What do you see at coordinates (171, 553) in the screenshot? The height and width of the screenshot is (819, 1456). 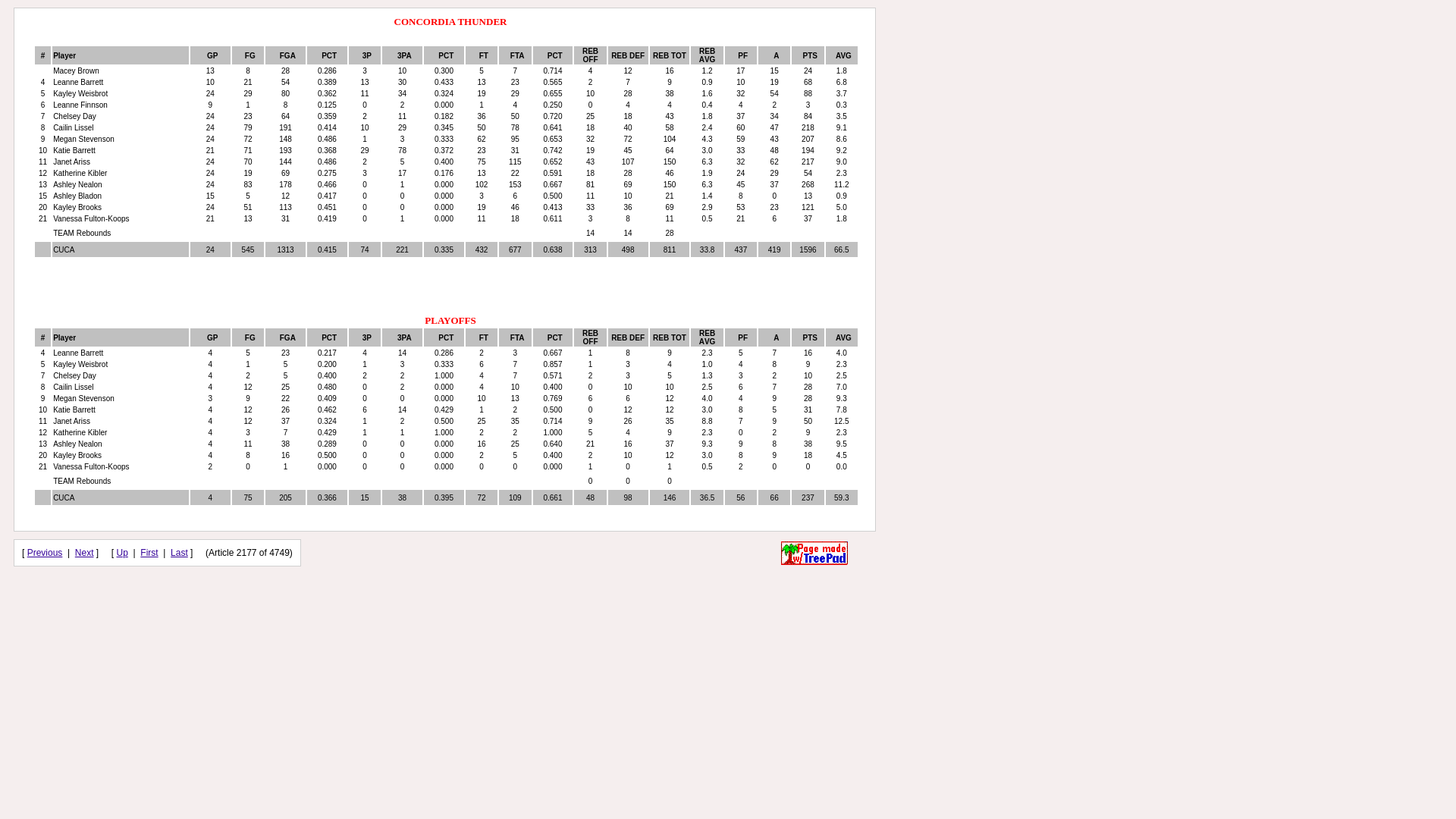 I see `'Last'` at bounding box center [171, 553].